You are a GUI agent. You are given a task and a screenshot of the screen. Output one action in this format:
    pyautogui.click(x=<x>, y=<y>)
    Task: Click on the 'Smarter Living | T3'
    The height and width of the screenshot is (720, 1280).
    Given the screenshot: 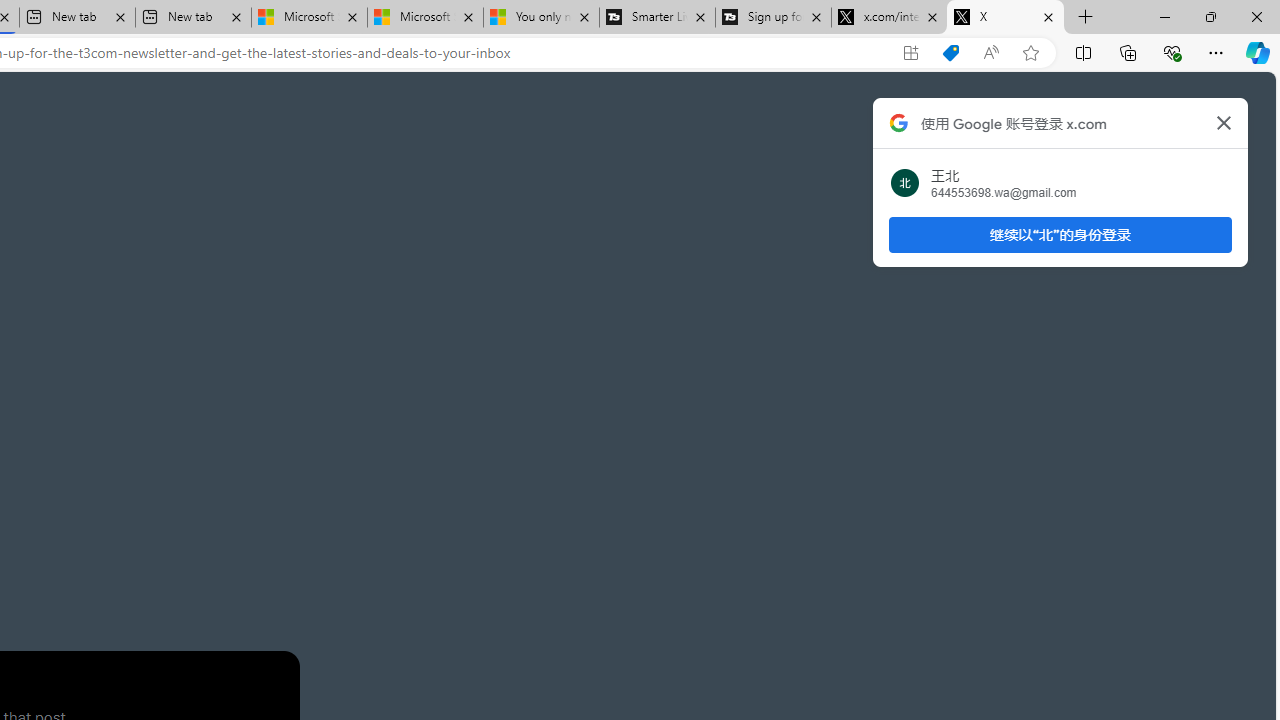 What is the action you would take?
    pyautogui.click(x=657, y=17)
    